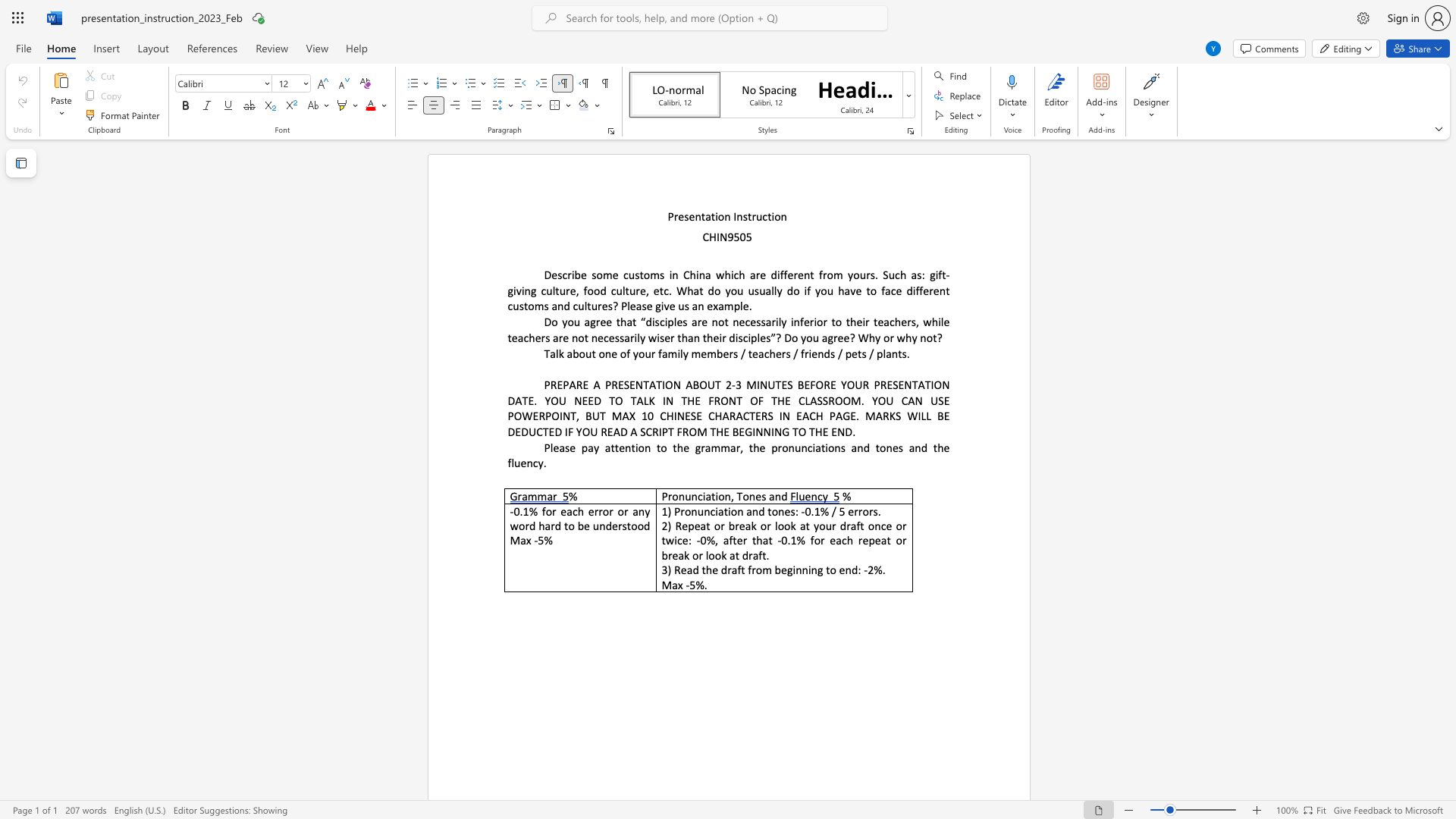 The image size is (1456, 819). I want to click on the subset text "ati" within the text "Pronunciation,", so click(704, 496).